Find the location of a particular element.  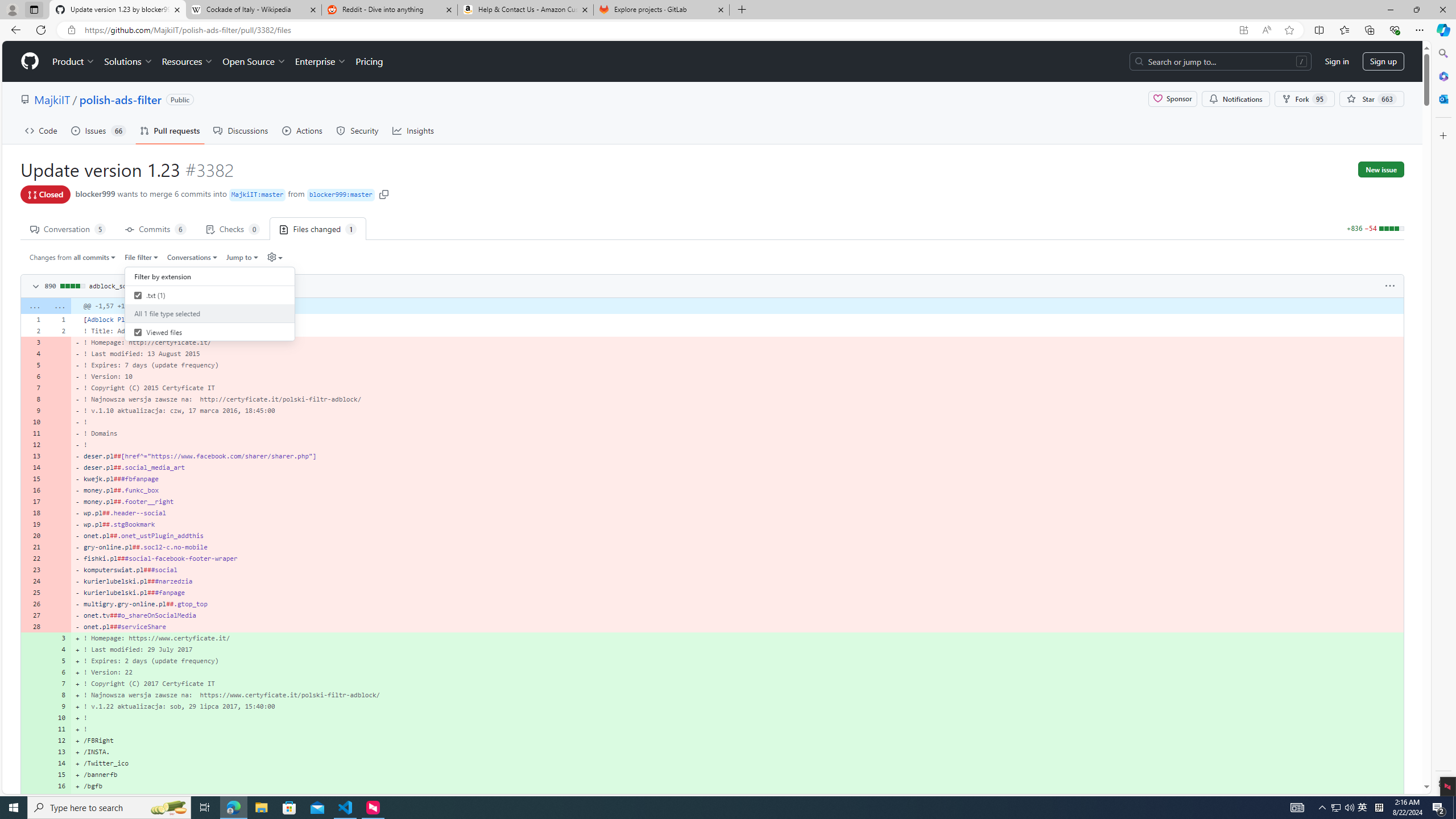

'Conversations' is located at coordinates (192, 257).